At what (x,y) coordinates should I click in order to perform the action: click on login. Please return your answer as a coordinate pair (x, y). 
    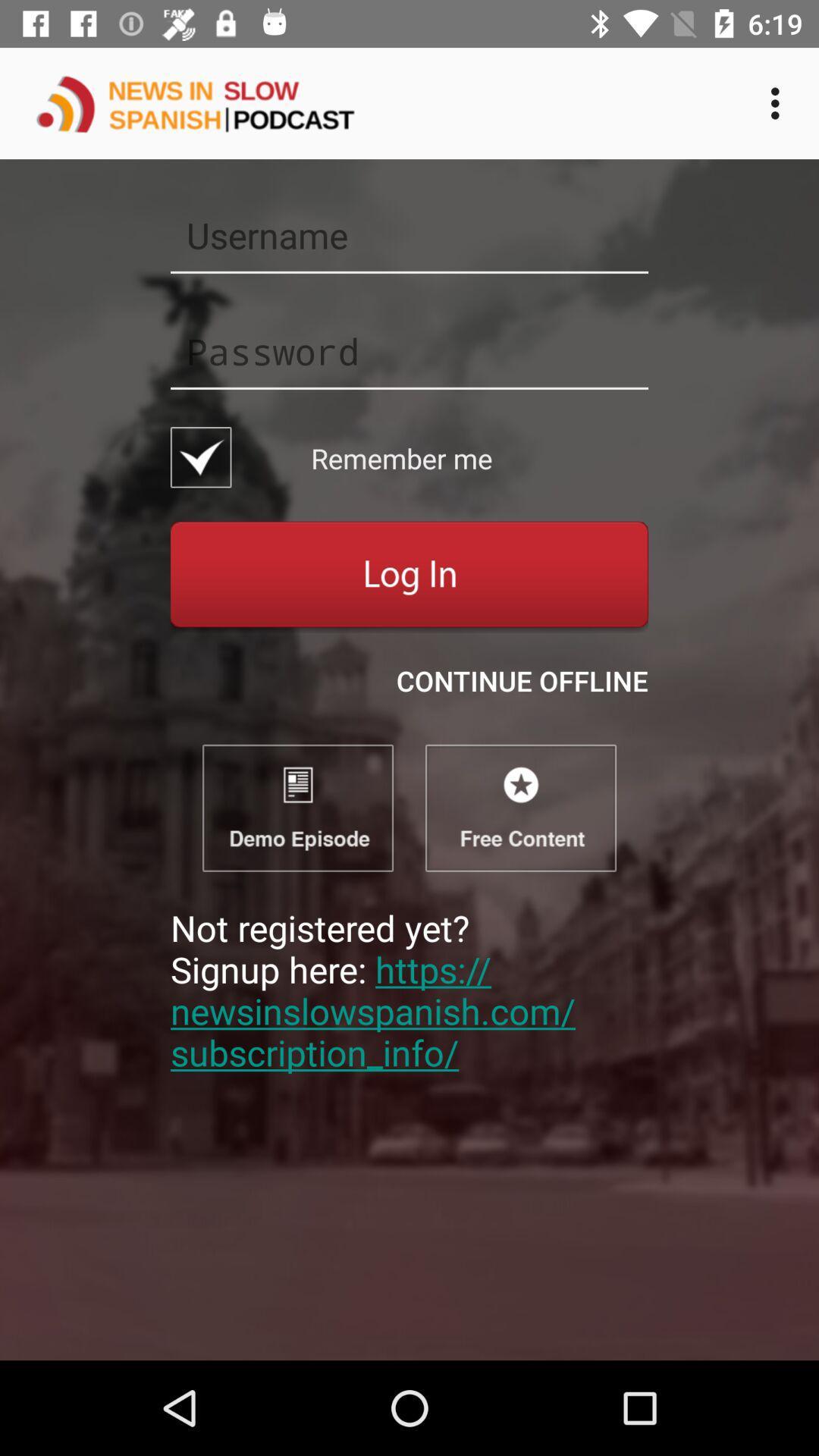
    Looking at the image, I should click on (409, 576).